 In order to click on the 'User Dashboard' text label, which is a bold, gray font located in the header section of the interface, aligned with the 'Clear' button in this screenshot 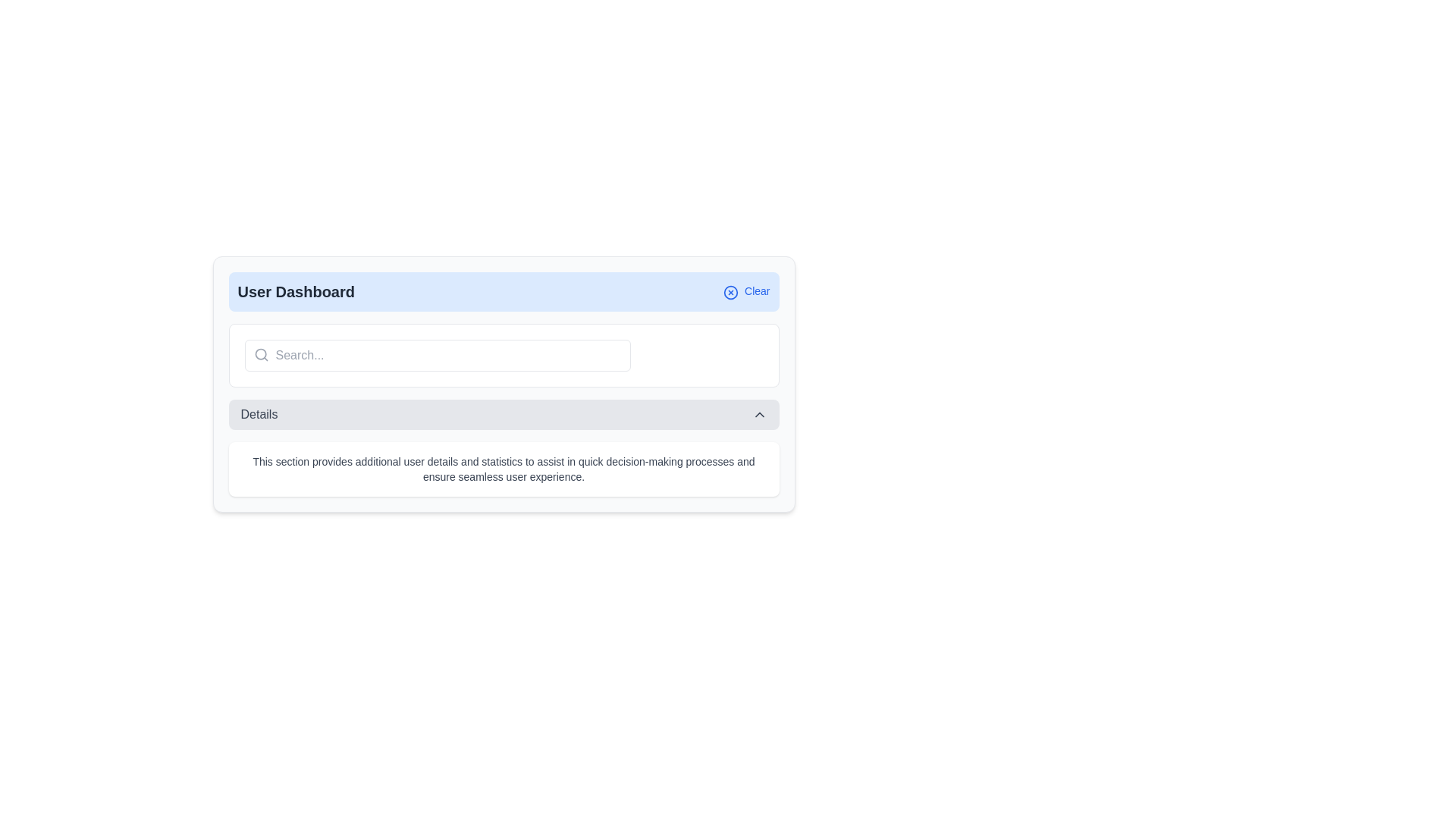, I will do `click(296, 292)`.